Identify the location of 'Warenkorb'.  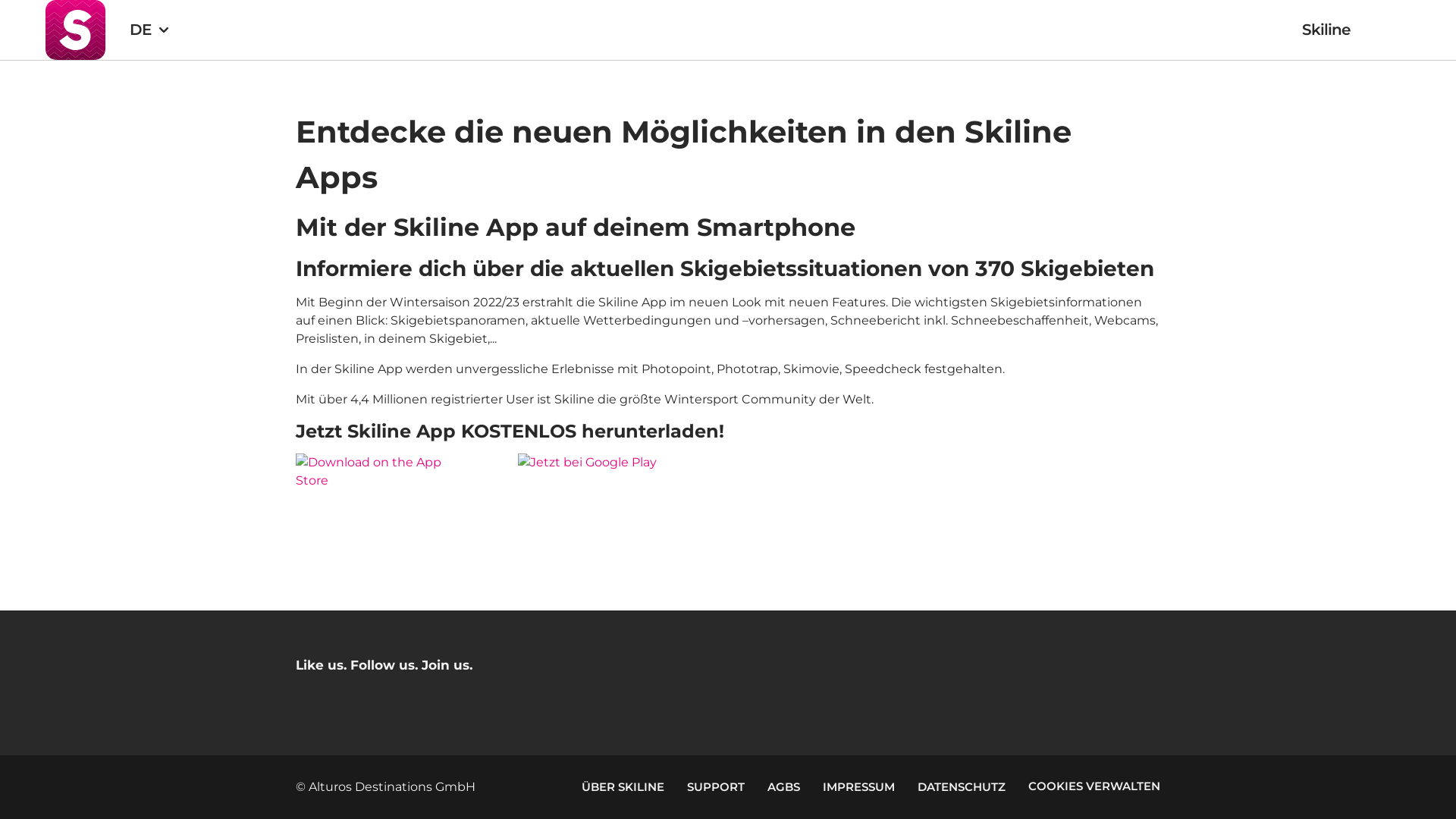
(1389, 30).